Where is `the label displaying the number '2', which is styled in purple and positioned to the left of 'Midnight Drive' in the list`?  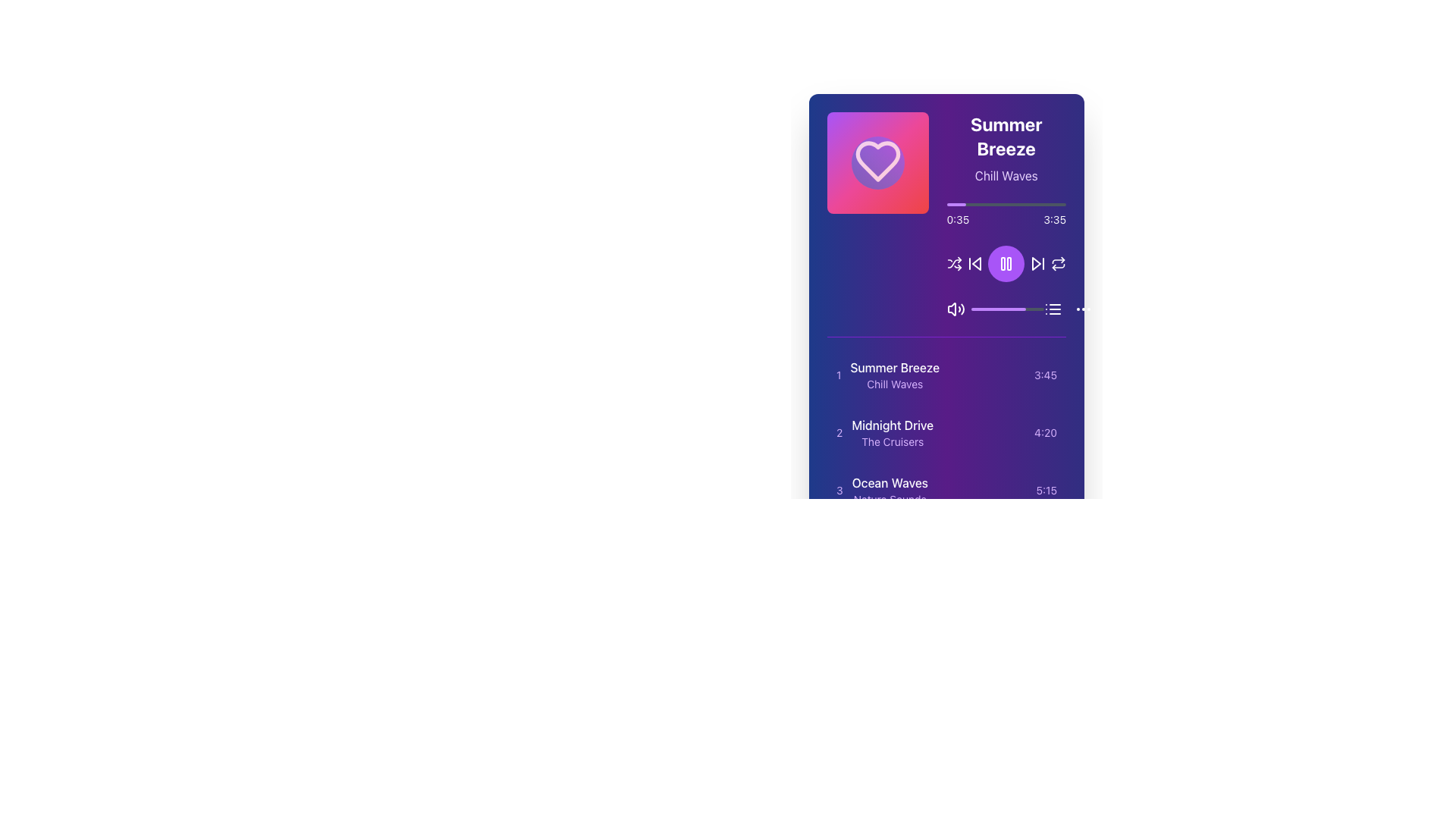
the label displaying the number '2', which is styled in purple and positioned to the left of 'Midnight Drive' in the list is located at coordinates (839, 432).